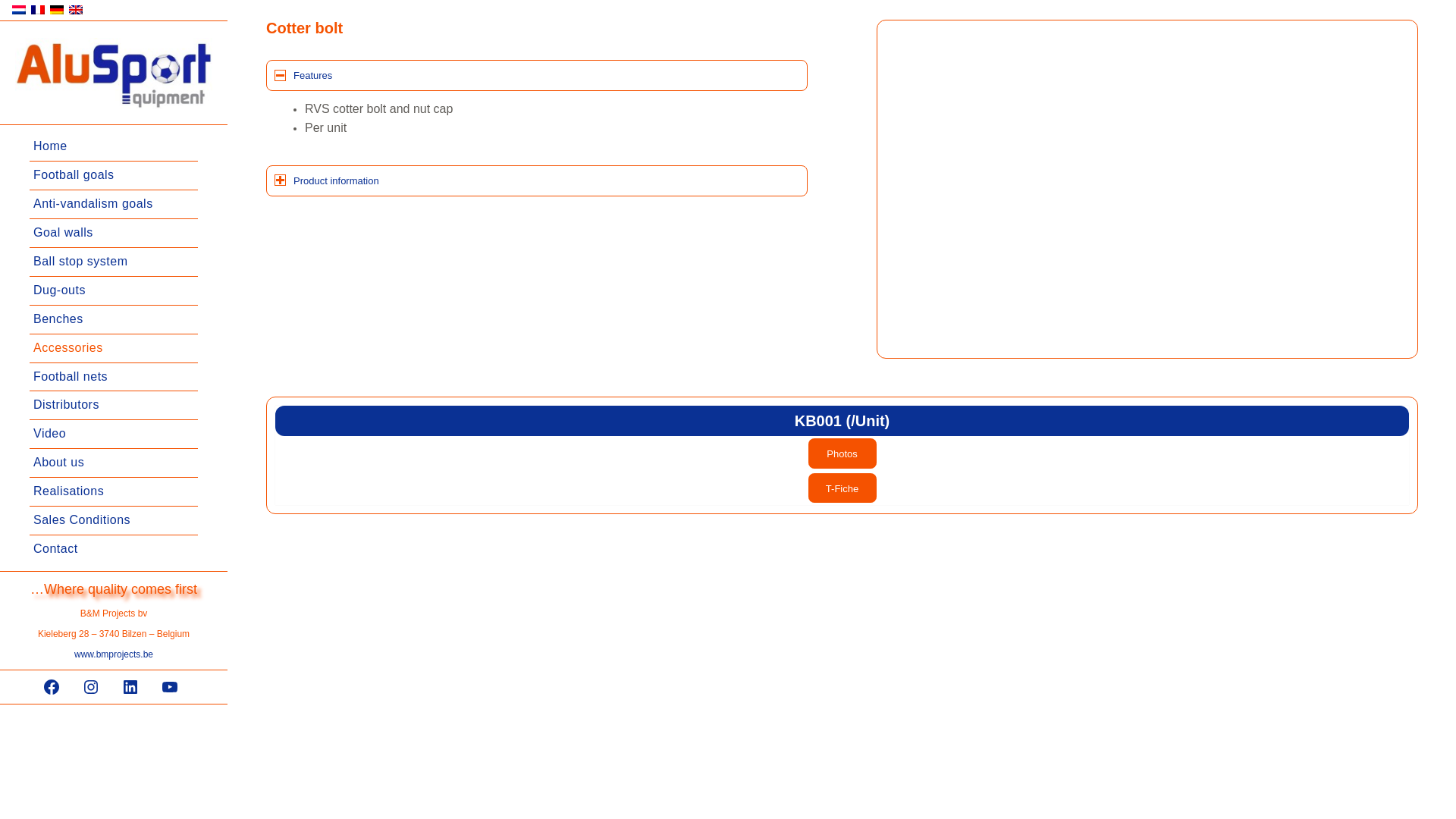  Describe the element at coordinates (112, 549) in the screenshot. I see `'Contact'` at that location.